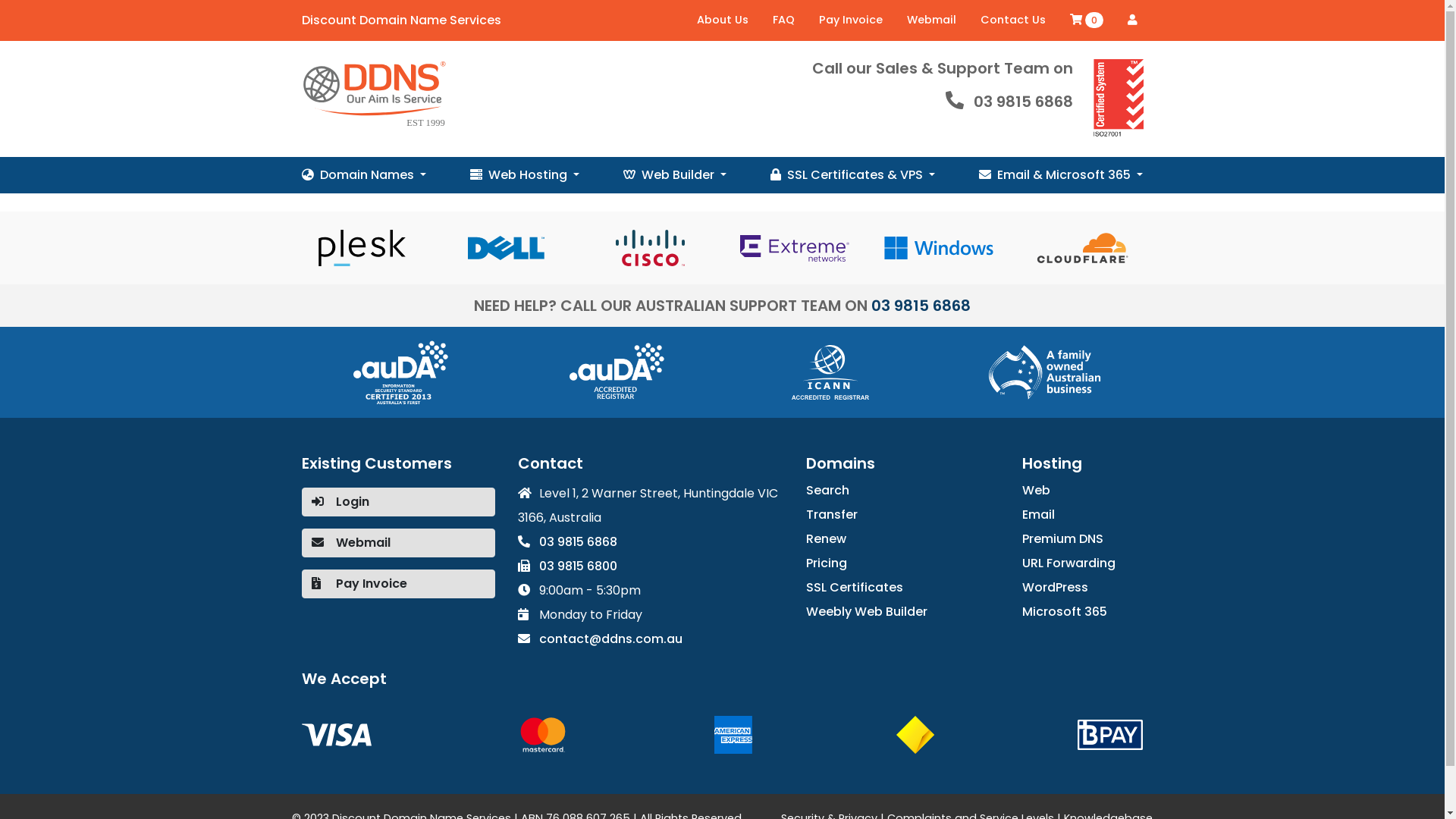 Image resolution: width=1456 pixels, height=819 pixels. What do you see at coordinates (902, 610) in the screenshot?
I see `'Weebly Web Builder'` at bounding box center [902, 610].